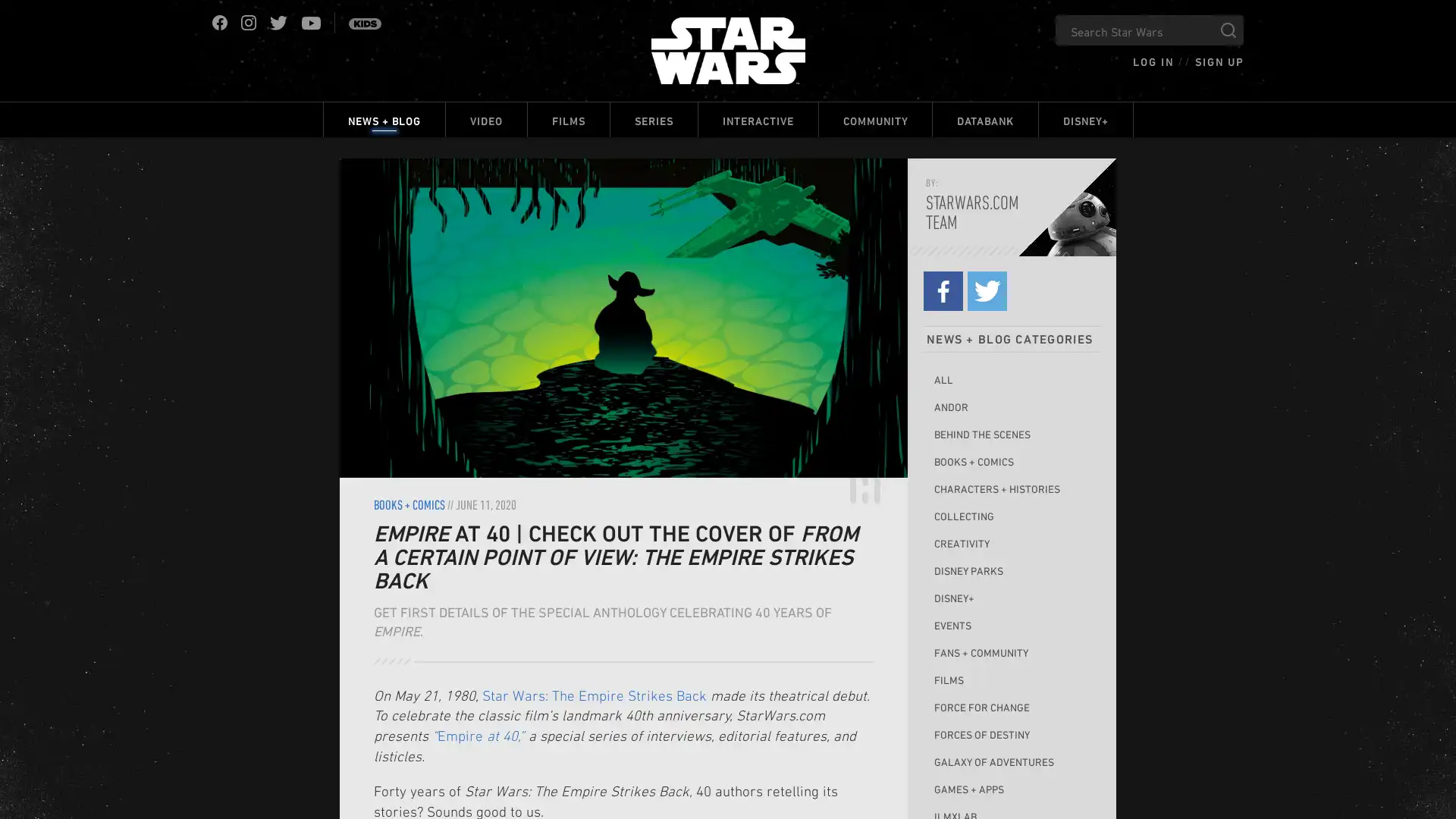 The height and width of the screenshot is (819, 1456). Describe the element at coordinates (1228, 30) in the screenshot. I see `Open Search` at that location.